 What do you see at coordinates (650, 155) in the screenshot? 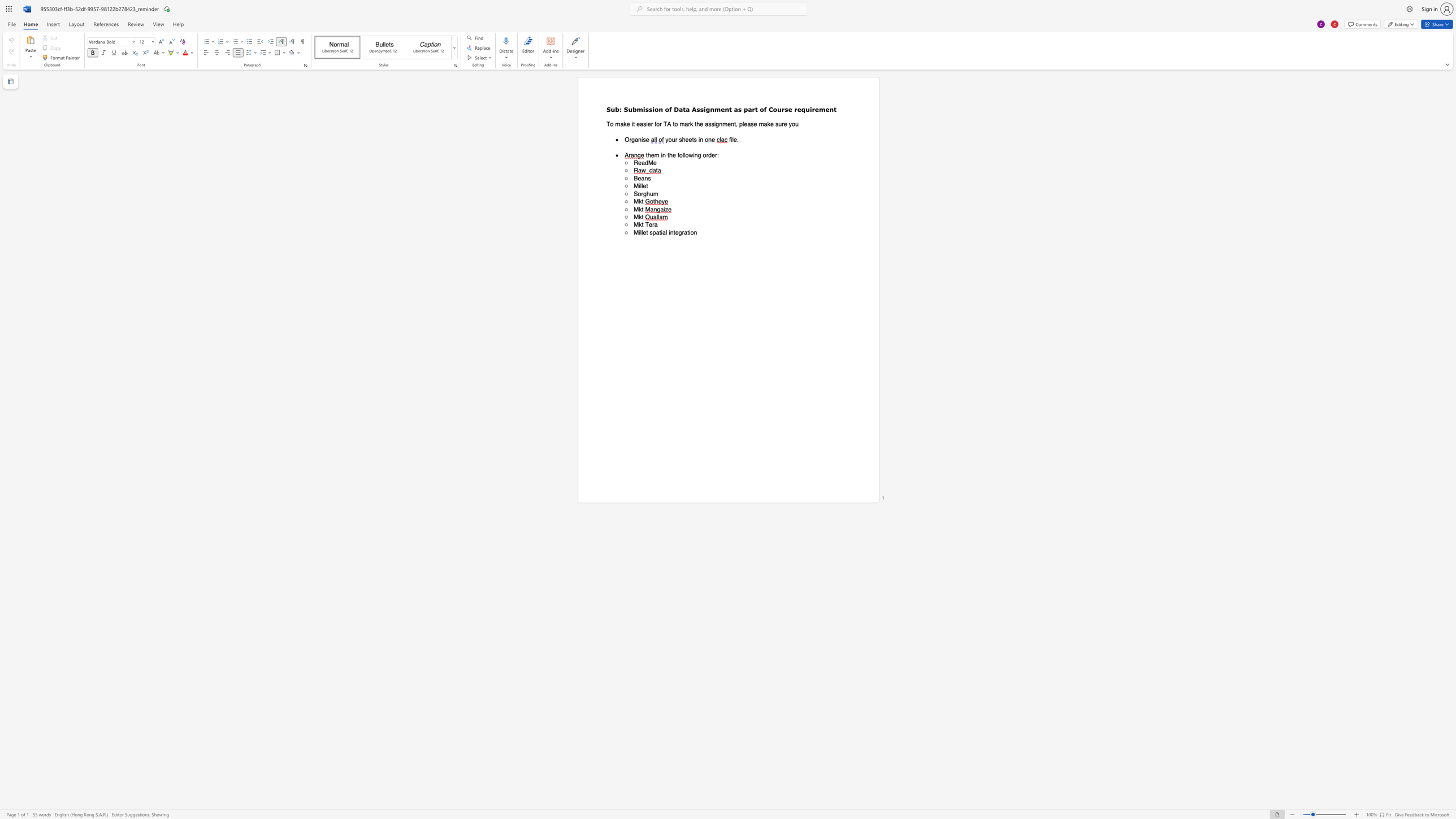
I see `the subset text "em in the following order:" within the text "them in the following order:"` at bounding box center [650, 155].